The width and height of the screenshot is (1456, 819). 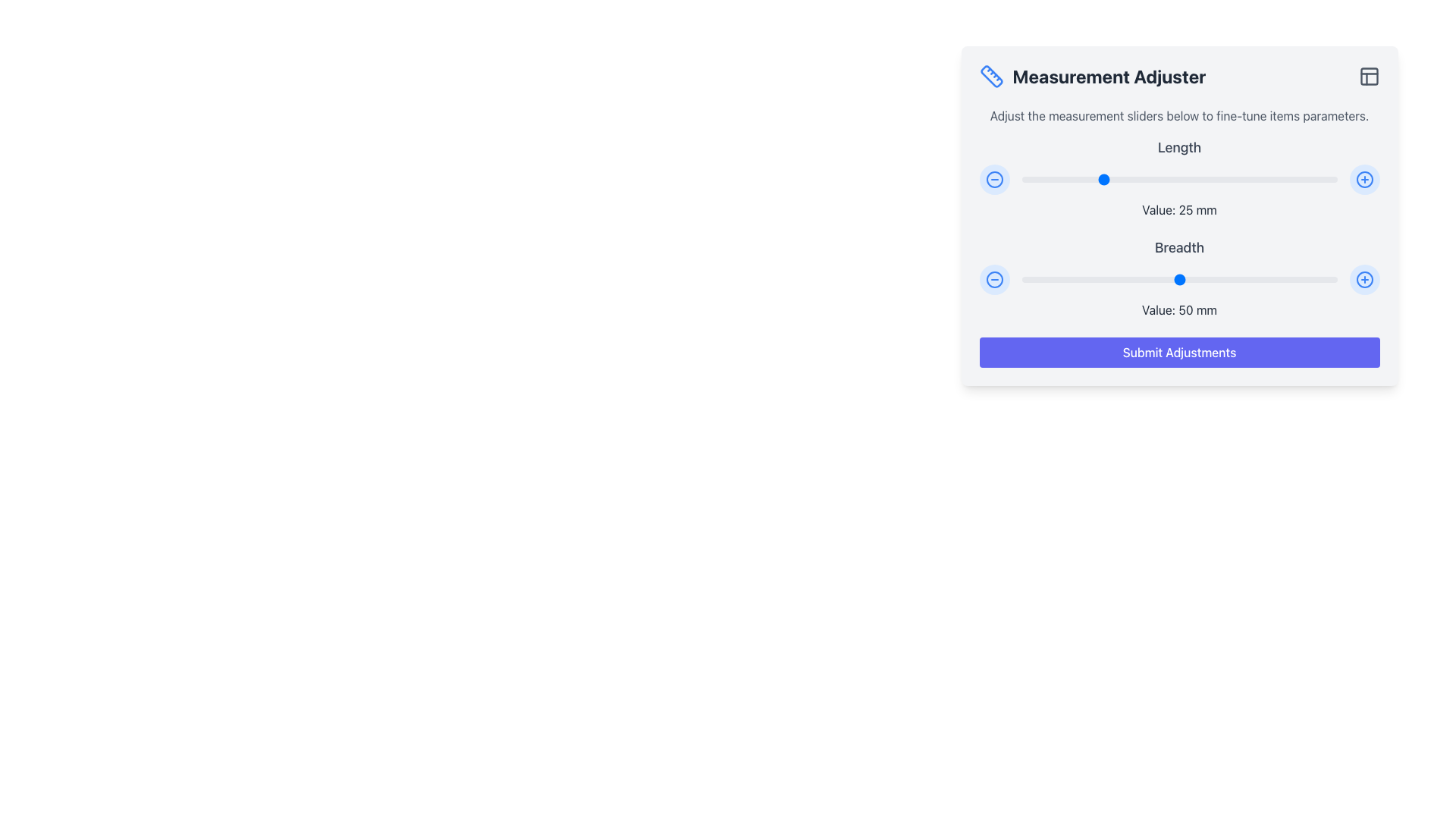 What do you see at coordinates (1075, 280) in the screenshot?
I see `the breadth` at bounding box center [1075, 280].